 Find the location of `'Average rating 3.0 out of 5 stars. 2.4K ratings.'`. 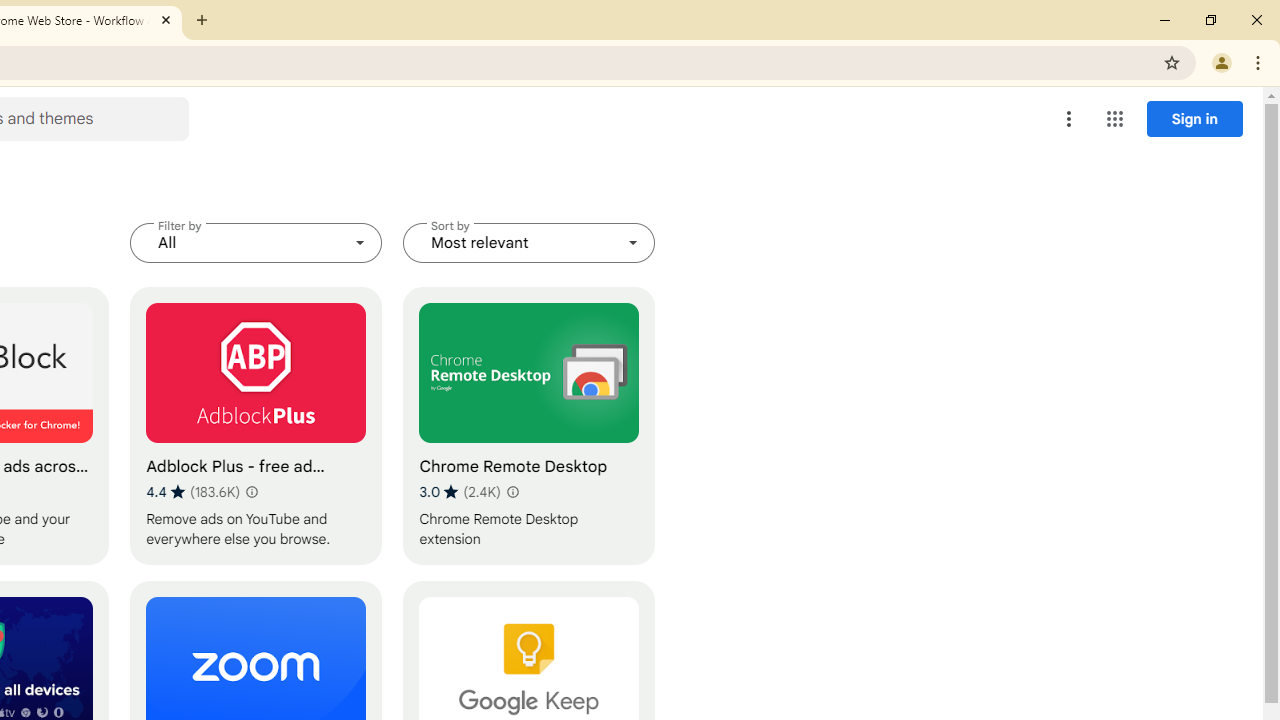

'Average rating 3.0 out of 5 stars. 2.4K ratings.' is located at coordinates (459, 491).